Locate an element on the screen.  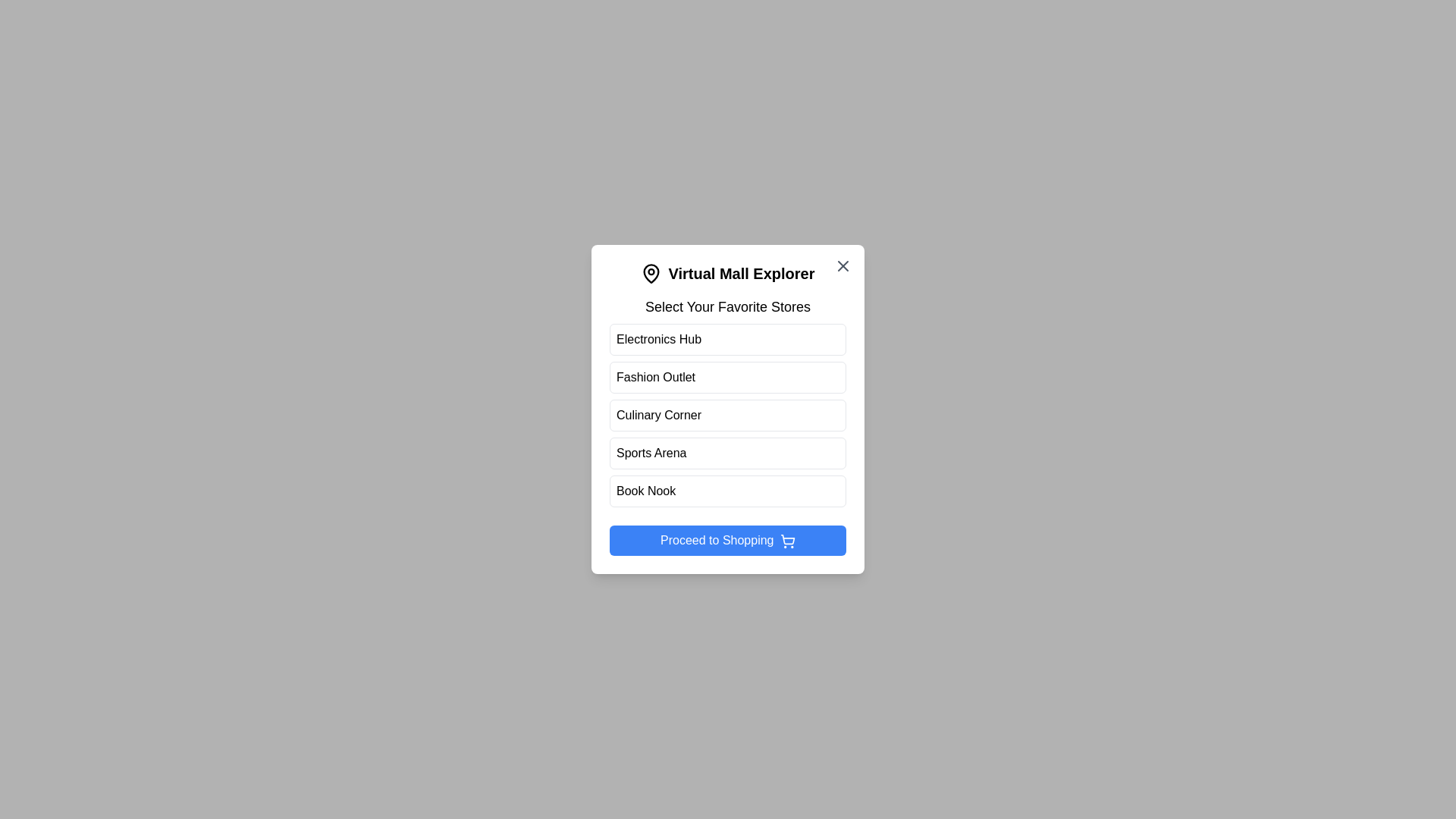
the 'Fashion Outlet' list item, which is the second option under 'Select Your Favorite Stores' is located at coordinates (728, 376).